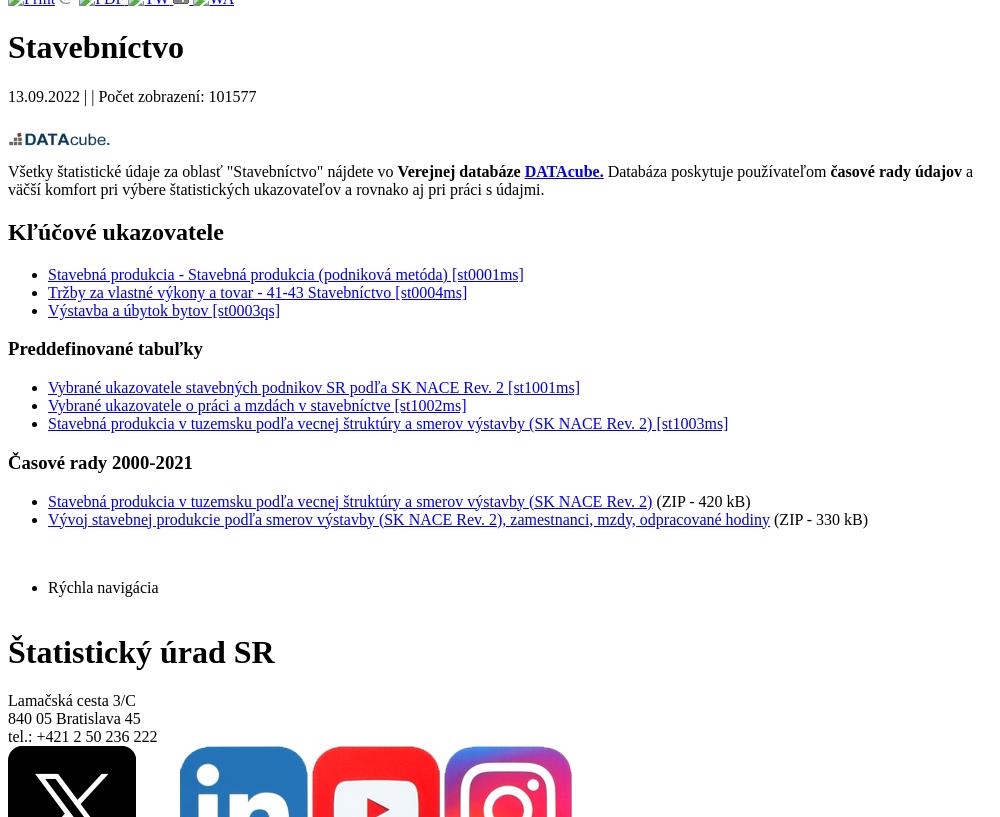 The height and width of the screenshot is (817, 1000). What do you see at coordinates (349, 499) in the screenshot?
I see `'Stavebná produkcia v tuzemsku podľa vecnej štruktúry a smerov výstavby (SK NACE Rev. 2)'` at bounding box center [349, 499].